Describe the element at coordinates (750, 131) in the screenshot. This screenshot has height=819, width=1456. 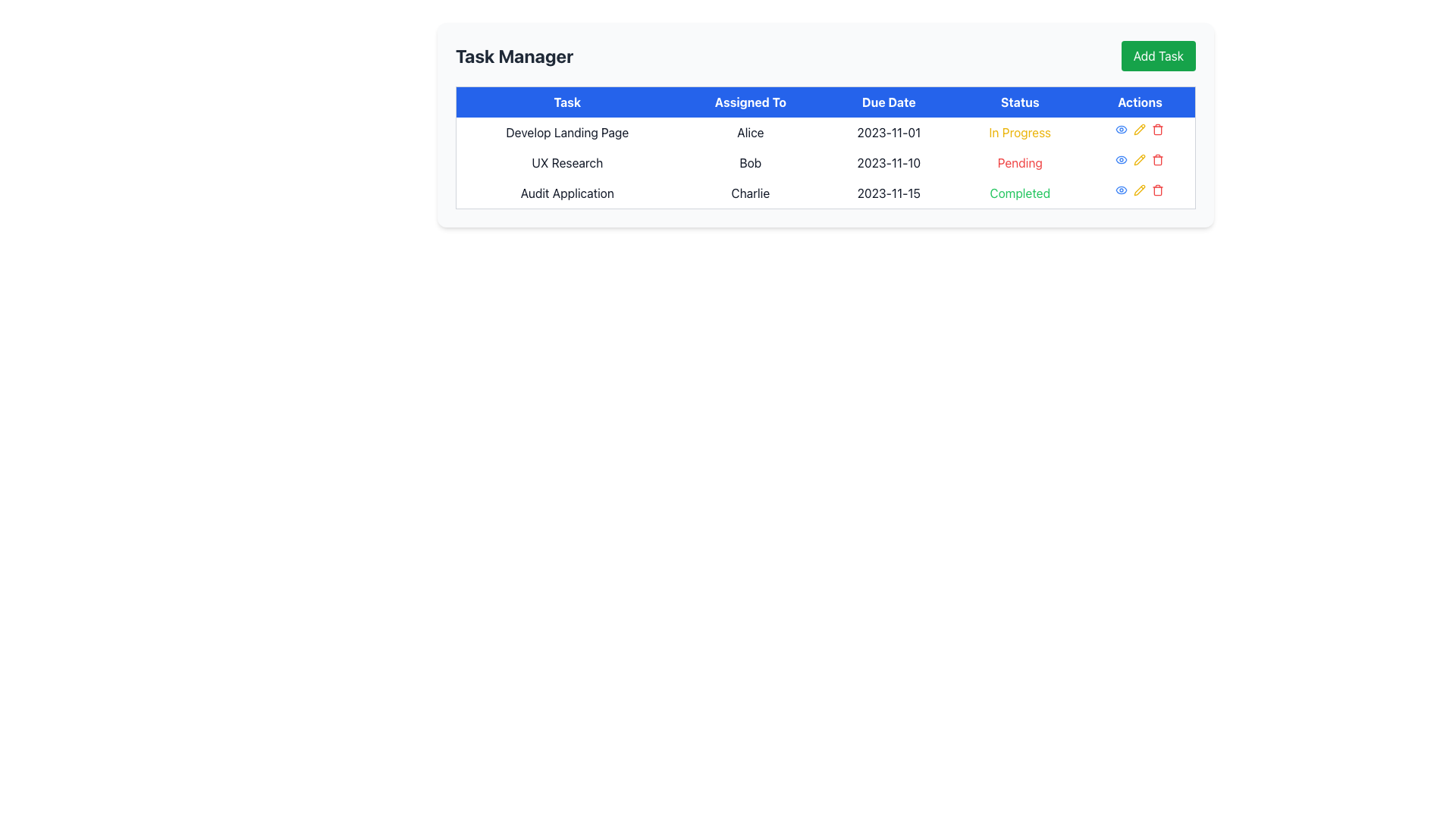
I see `the text label that indicates the assignee of the 'Develop Landing Page' task, located in the 'Assigned To' column of the task management table` at that location.